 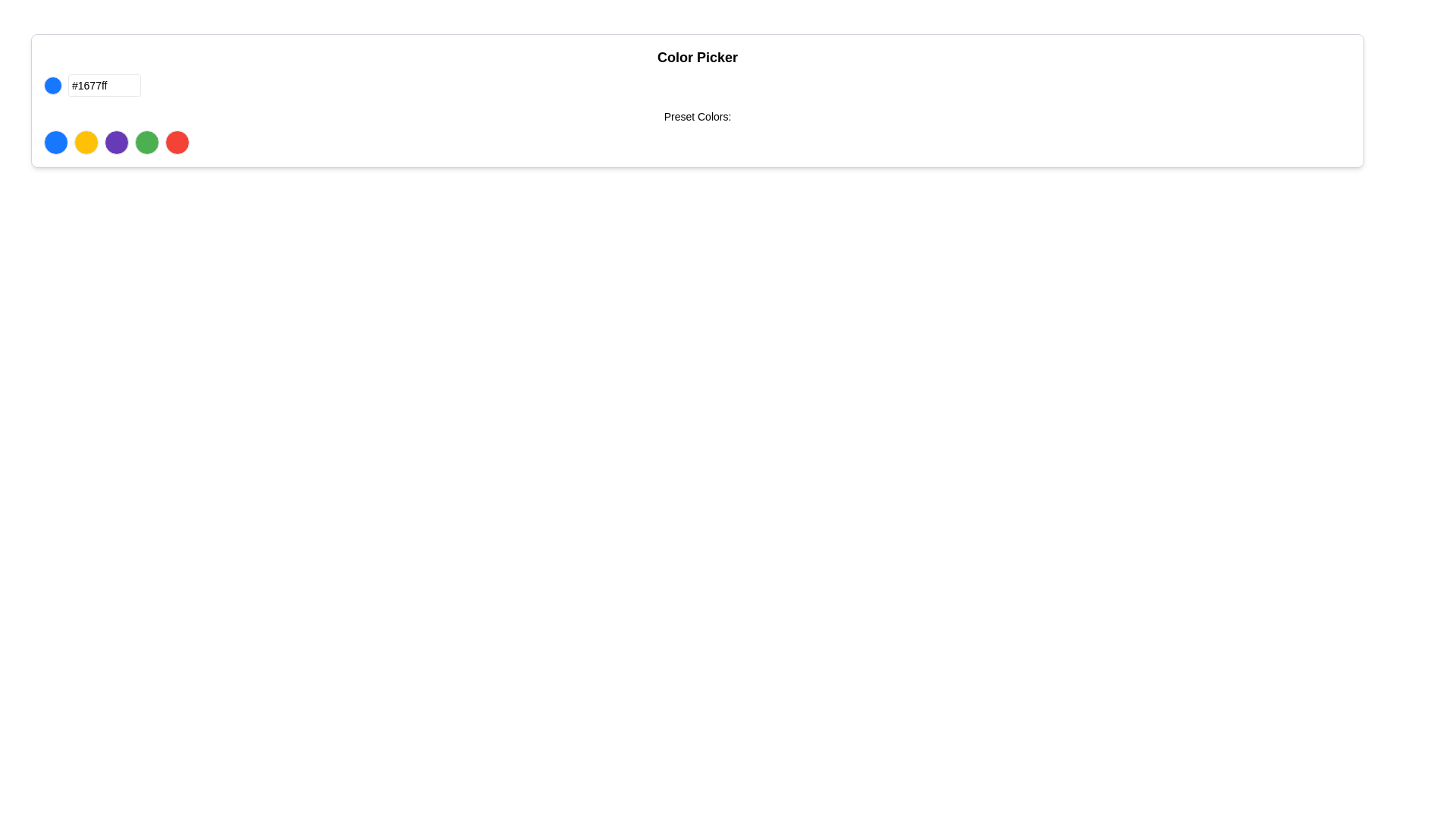 I want to click on the blue circular Color Indicator located to the left of the color code text box displaying '#1677ff', so click(x=53, y=85).